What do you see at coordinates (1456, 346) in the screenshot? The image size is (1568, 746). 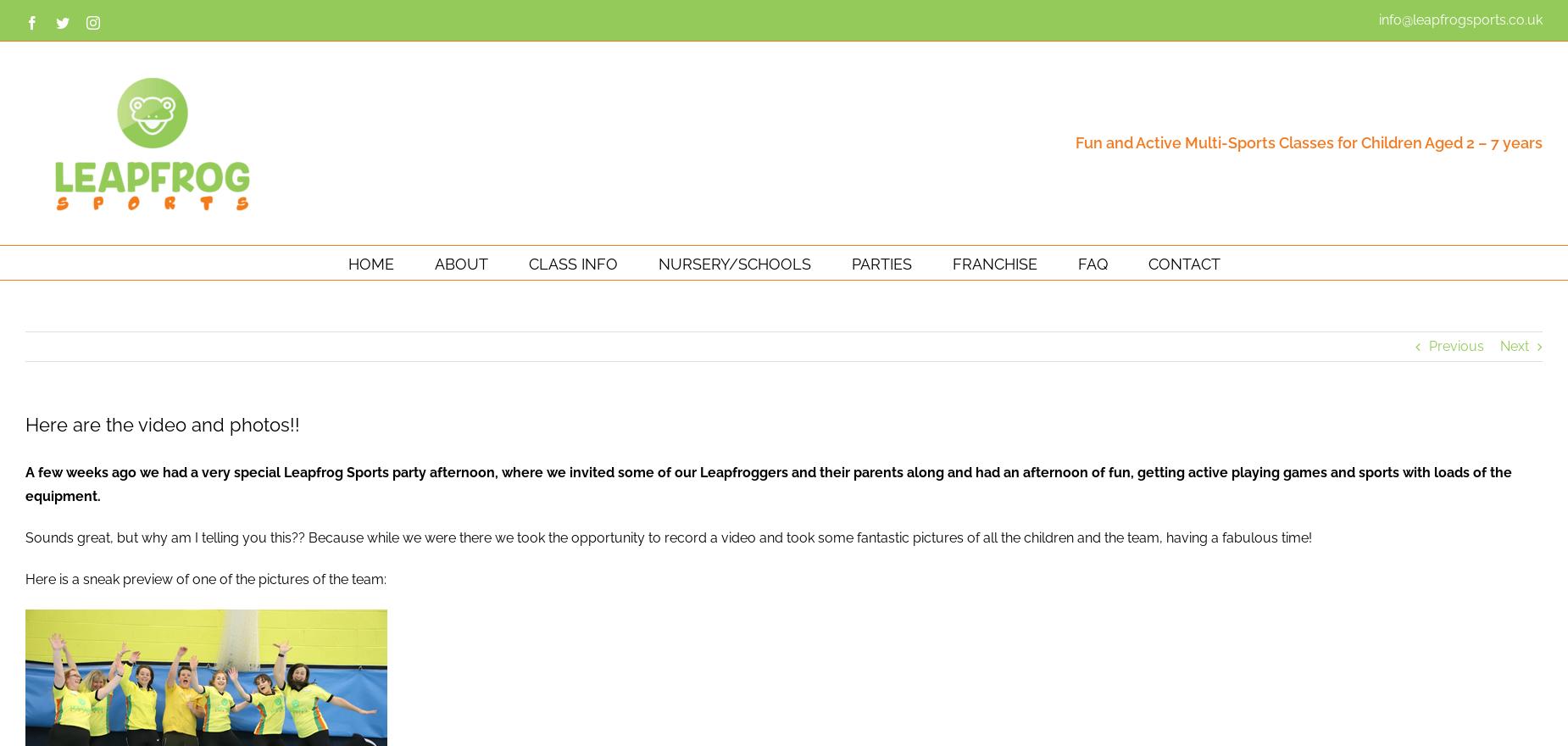 I see `'Previous'` at bounding box center [1456, 346].